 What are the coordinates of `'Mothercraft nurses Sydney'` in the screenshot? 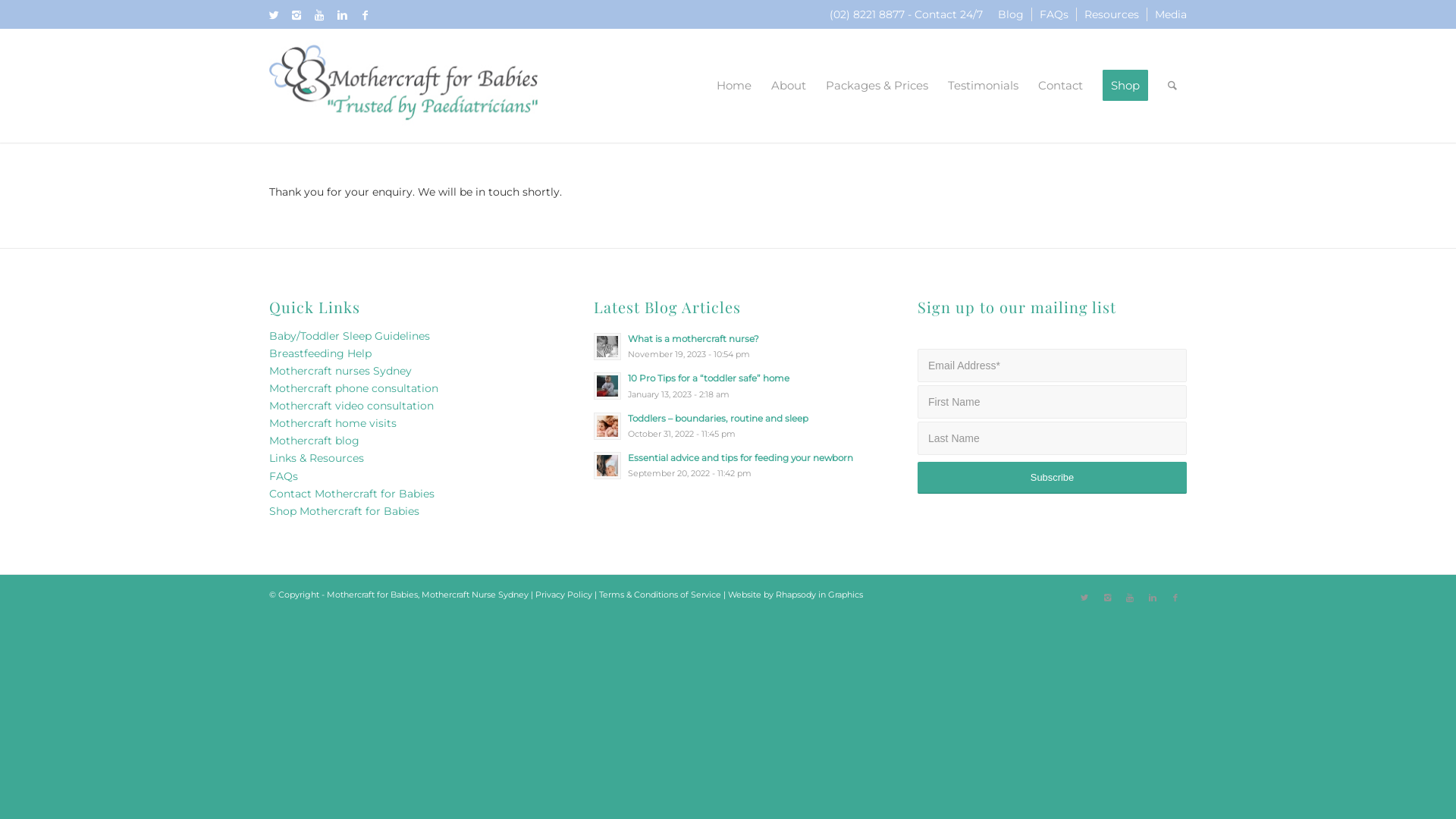 It's located at (340, 371).